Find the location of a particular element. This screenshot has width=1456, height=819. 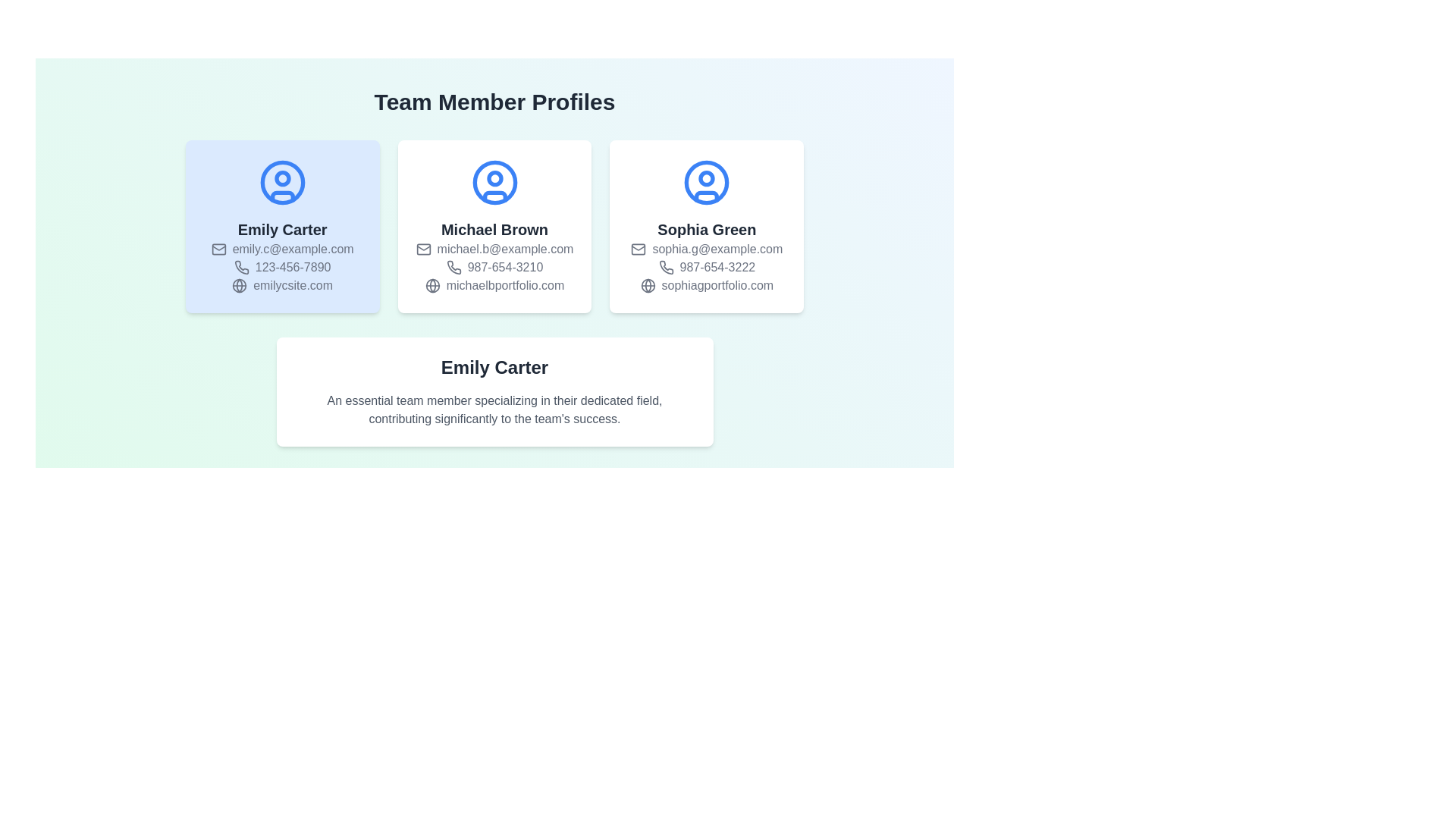

the small circle within the user profile icon for 'Sophia Green' located in the upper-middle portion of the profile card is located at coordinates (706, 177).